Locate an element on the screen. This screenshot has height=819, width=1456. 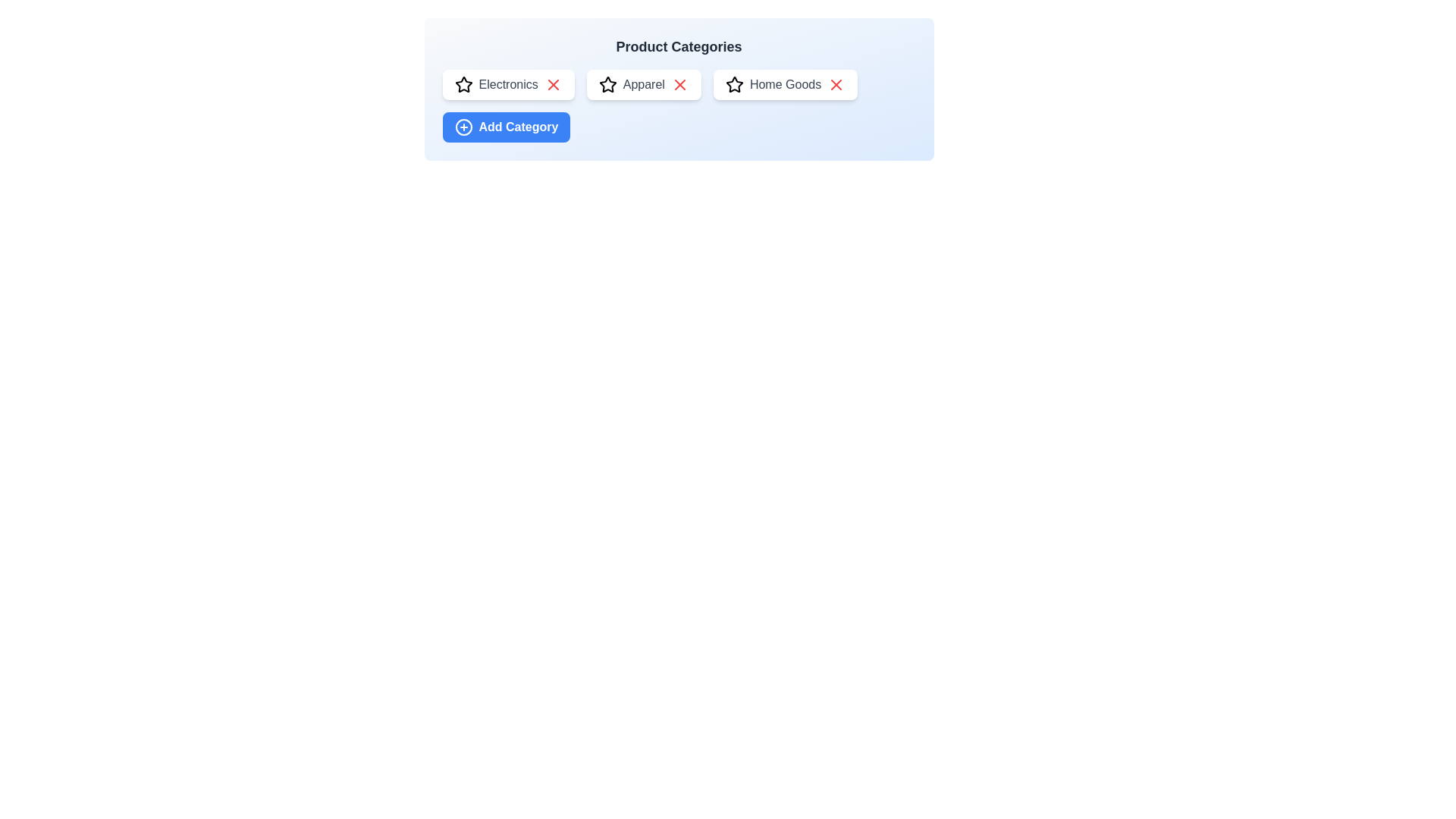
the category chip labeled Home Goods to observe its hover effects is located at coordinates (786, 84).